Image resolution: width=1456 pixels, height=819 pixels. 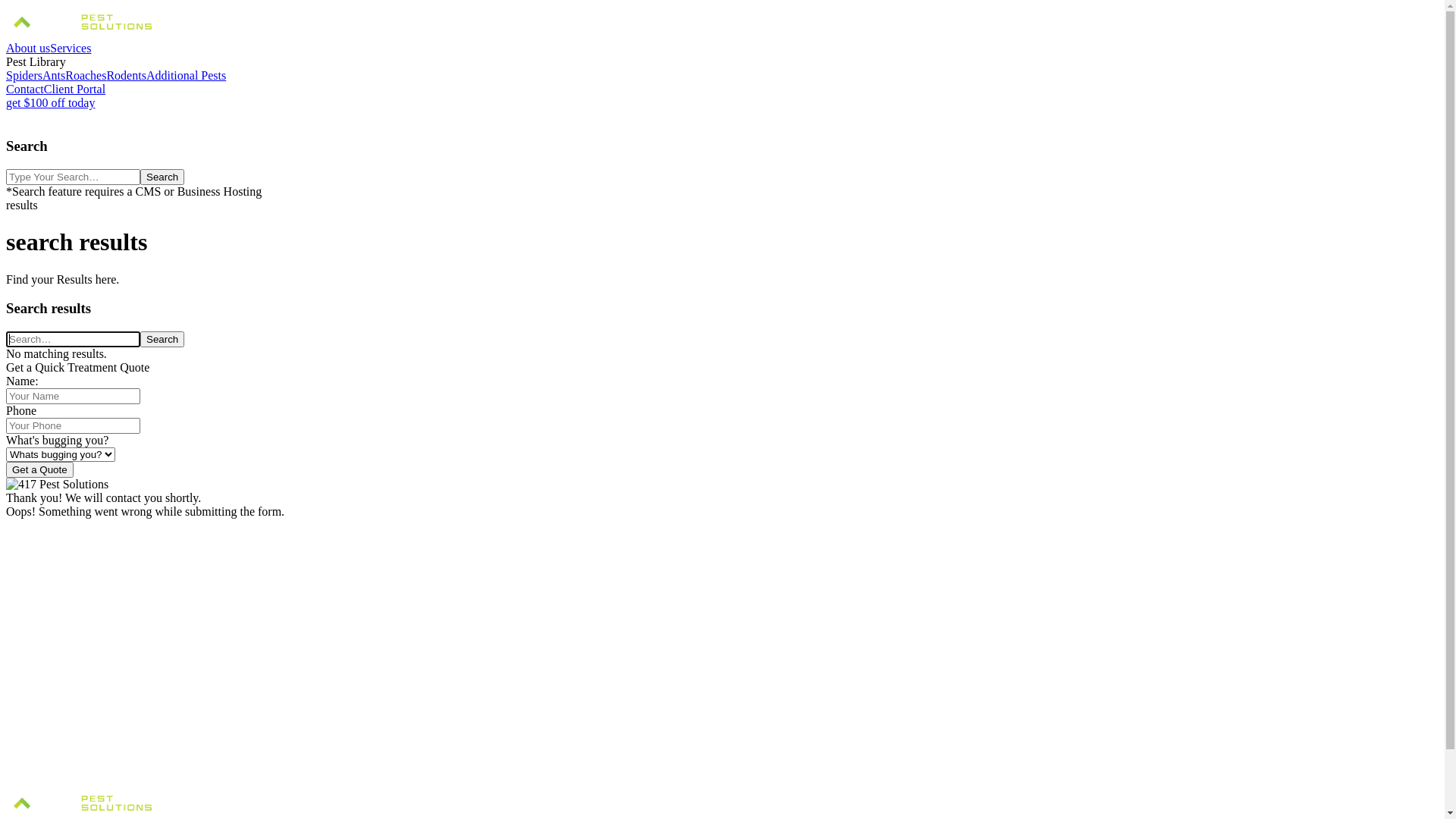 I want to click on 'Client Portal', so click(x=43, y=89).